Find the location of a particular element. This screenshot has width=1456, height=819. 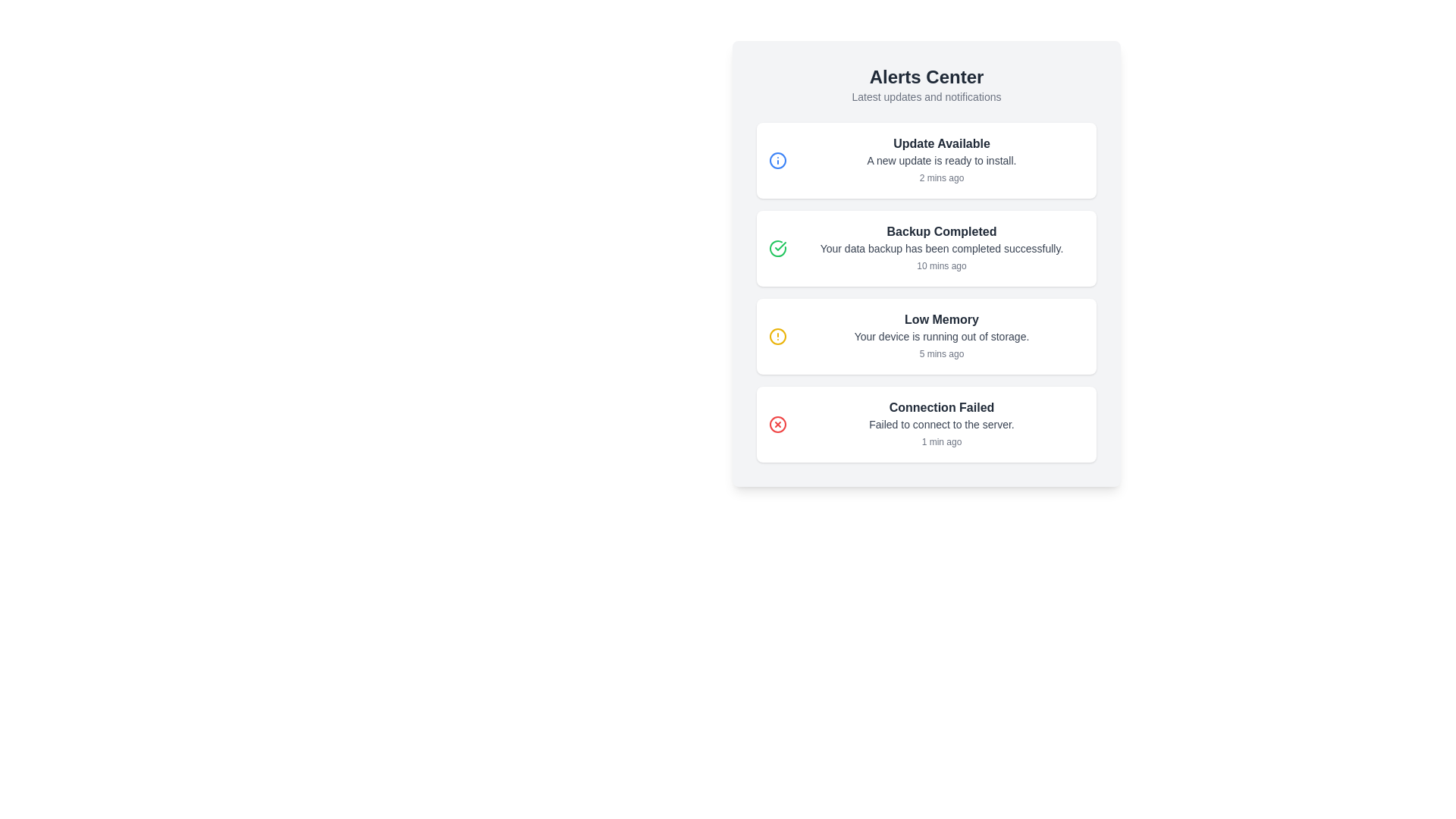

the information icon (circle within an information symbol) next to the 'Update Available' notification at the top of the 'Alerts Center' interface is located at coordinates (778, 161).